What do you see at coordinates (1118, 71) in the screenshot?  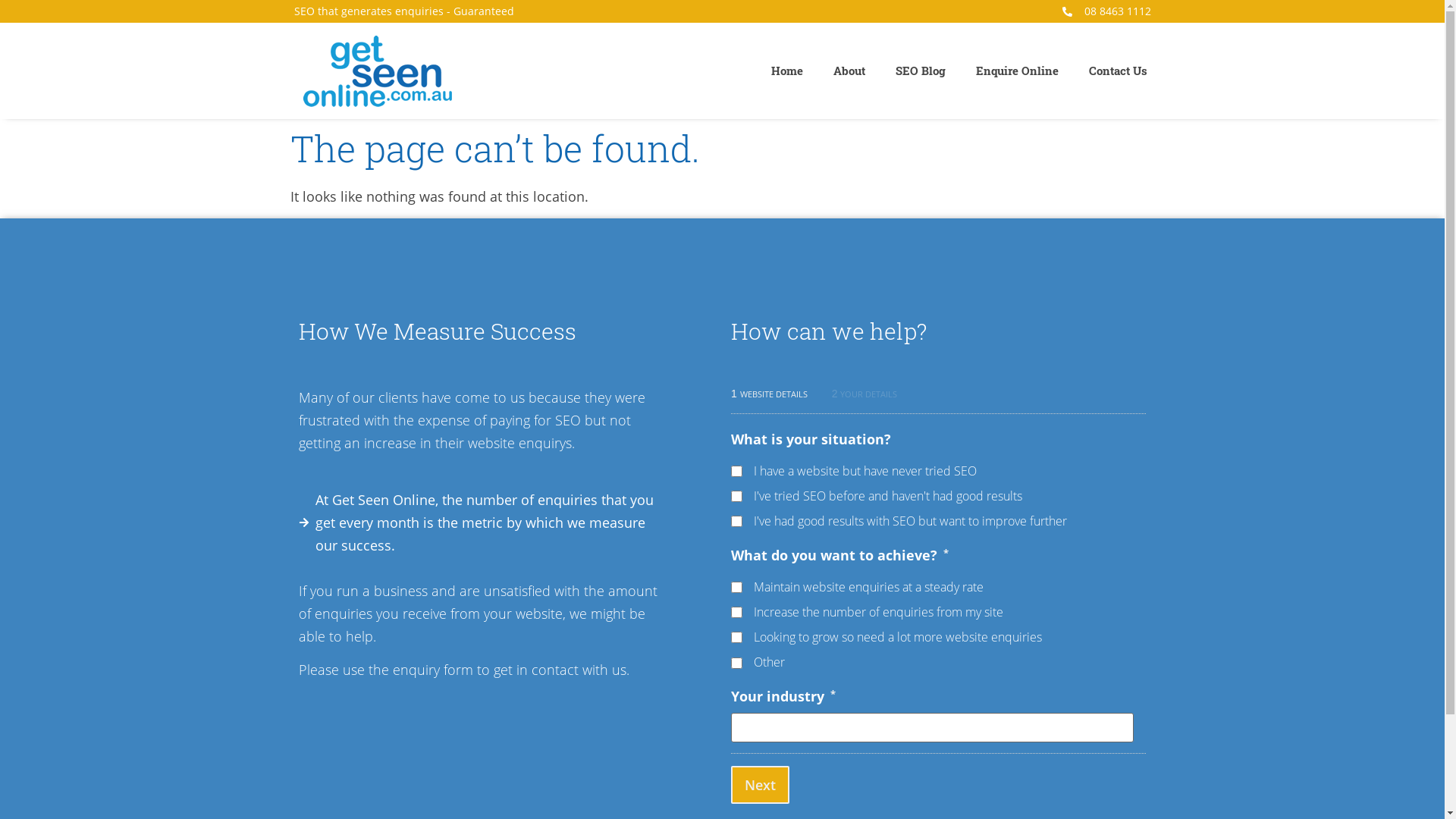 I see `'Contact Us'` at bounding box center [1118, 71].